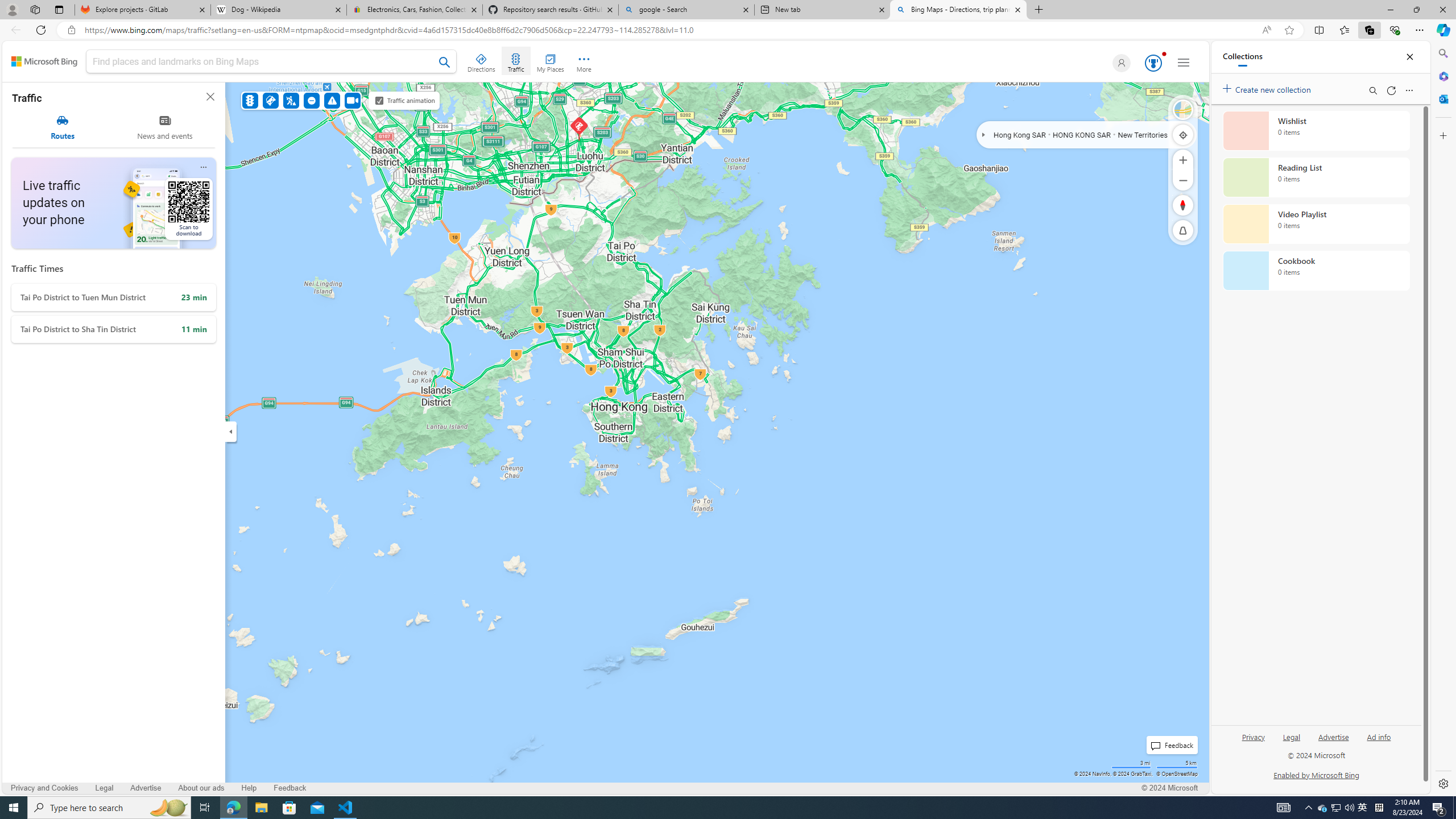  Describe the element at coordinates (1182, 180) in the screenshot. I see `'Zoom Out'` at that location.